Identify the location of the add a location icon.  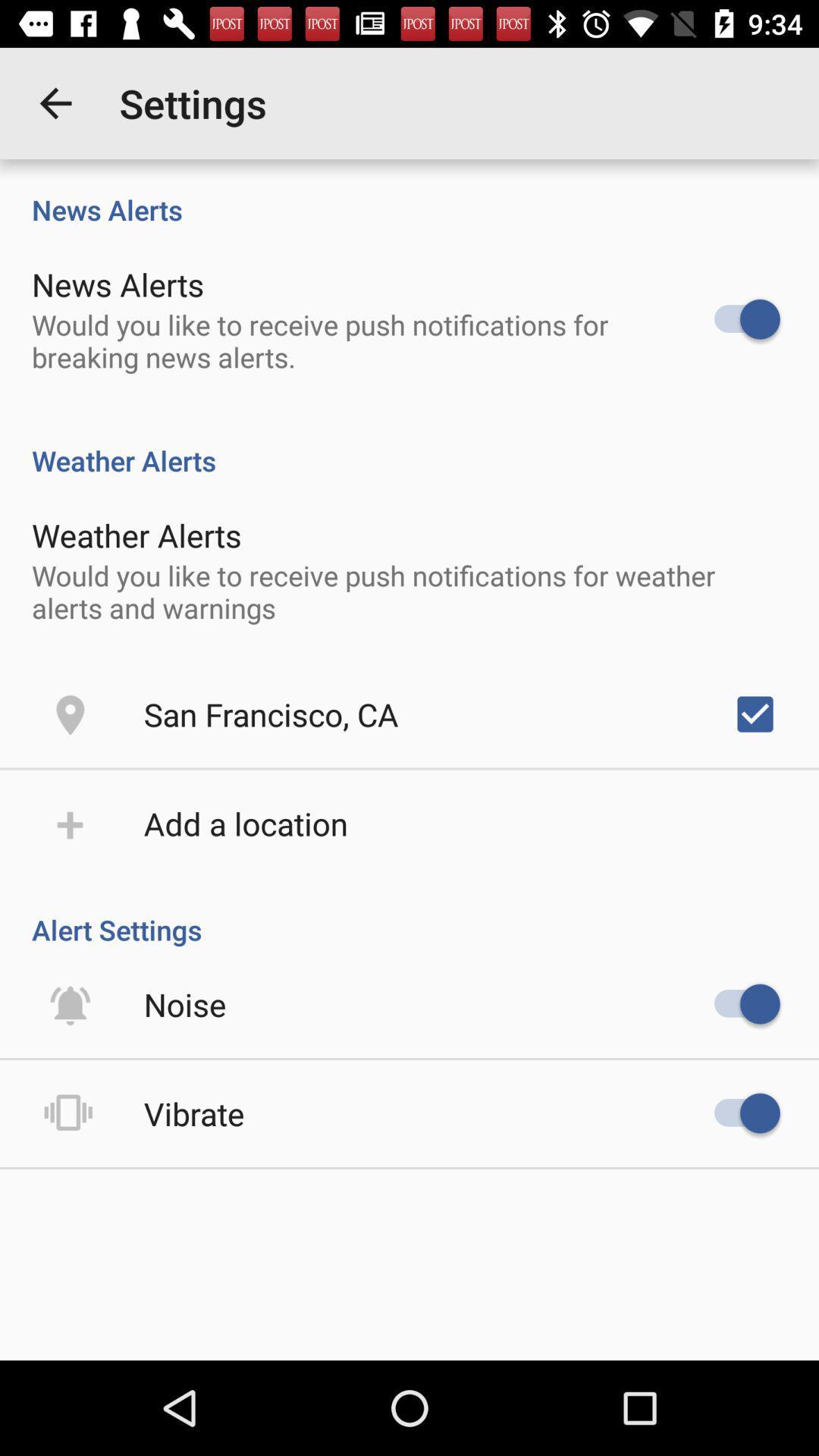
(245, 822).